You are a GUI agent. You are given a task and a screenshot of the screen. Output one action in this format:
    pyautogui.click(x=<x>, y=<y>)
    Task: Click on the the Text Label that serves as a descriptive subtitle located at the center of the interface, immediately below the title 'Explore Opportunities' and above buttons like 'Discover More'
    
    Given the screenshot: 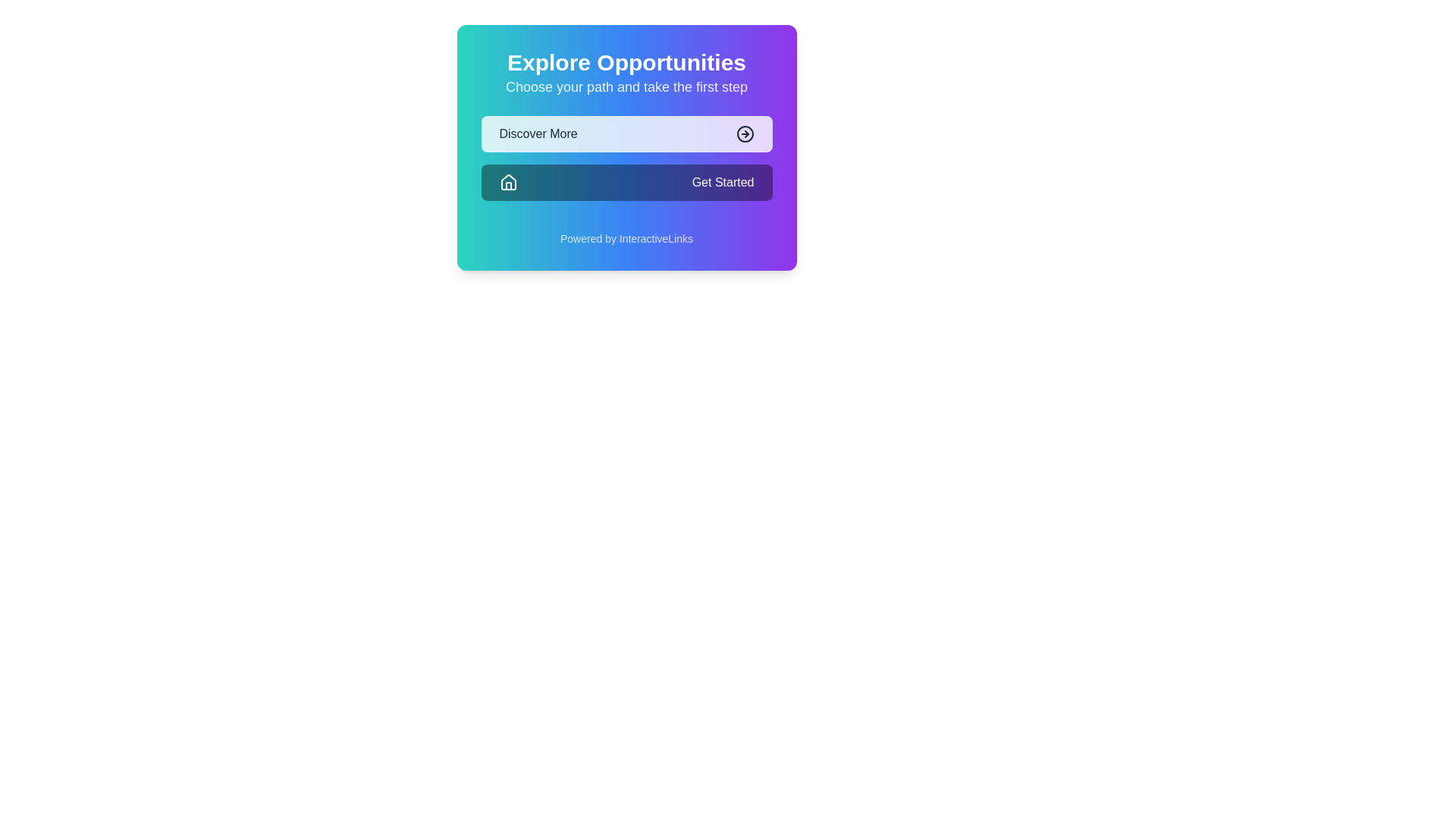 What is the action you would take?
    pyautogui.click(x=626, y=87)
    